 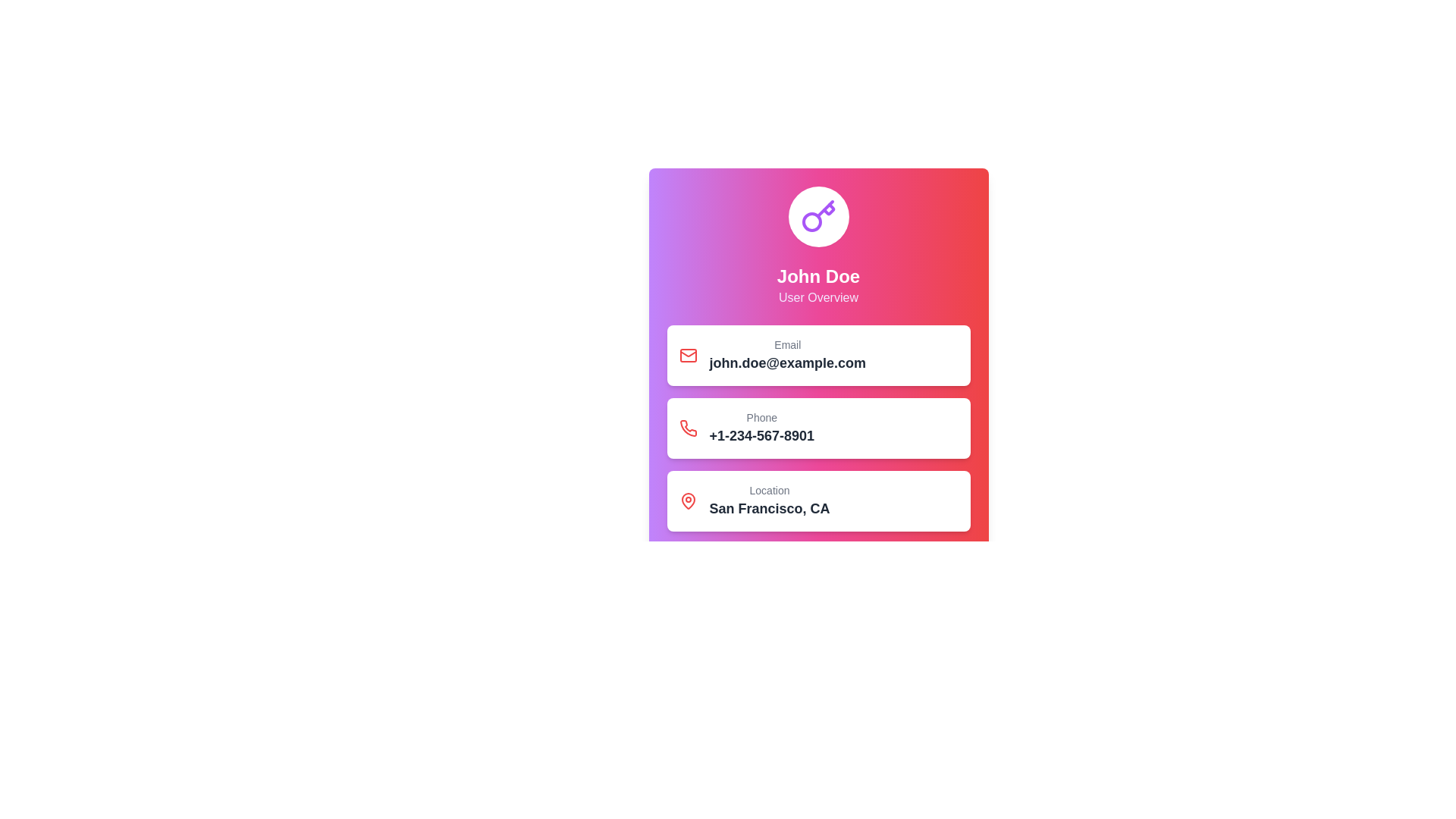 What do you see at coordinates (761, 435) in the screenshot?
I see `the static text element displaying the phone number located in the 'Phone' section of the user profile interface to potentially reveal additional information` at bounding box center [761, 435].